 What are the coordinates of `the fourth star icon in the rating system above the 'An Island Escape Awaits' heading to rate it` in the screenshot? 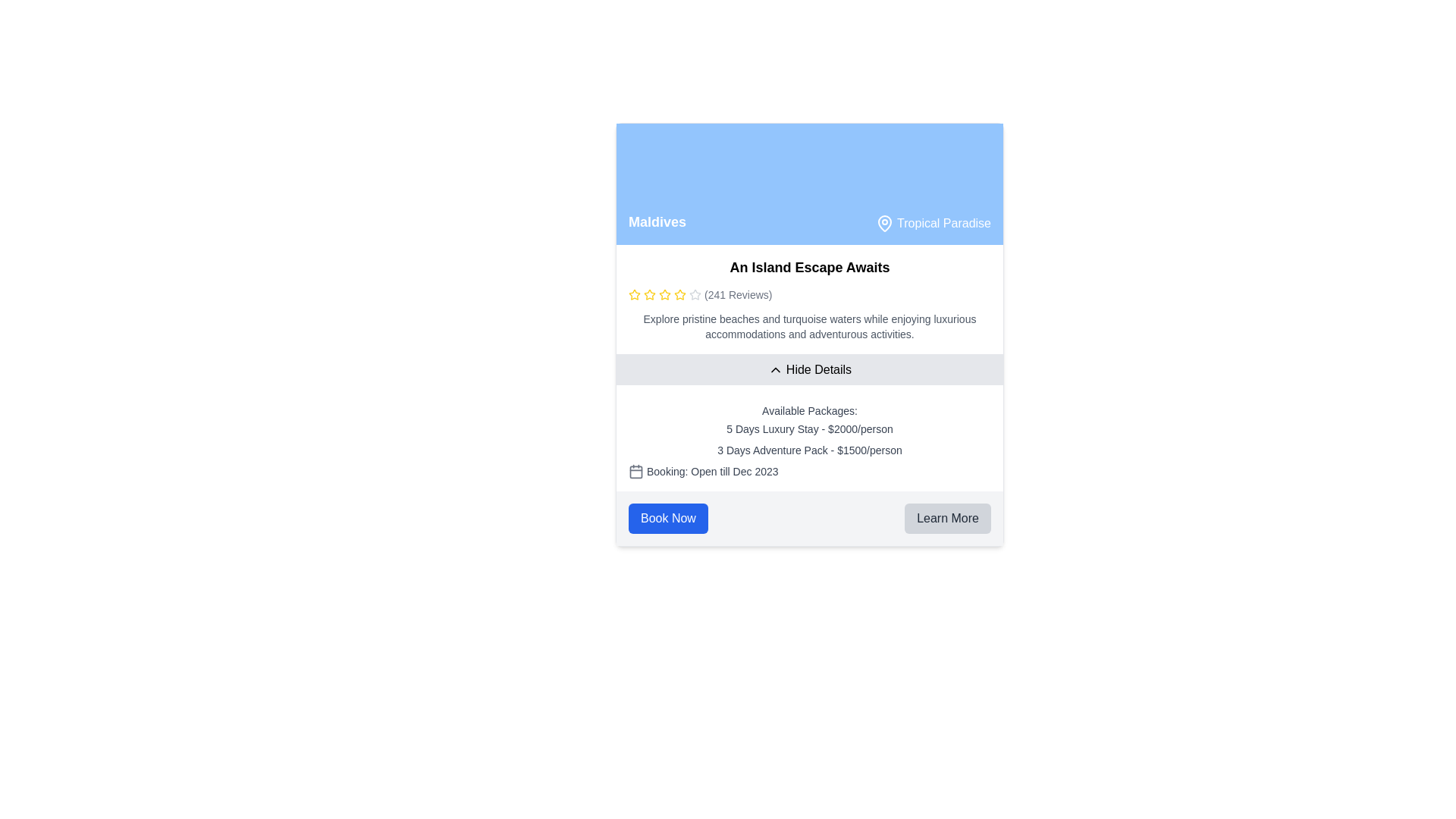 It's located at (694, 294).